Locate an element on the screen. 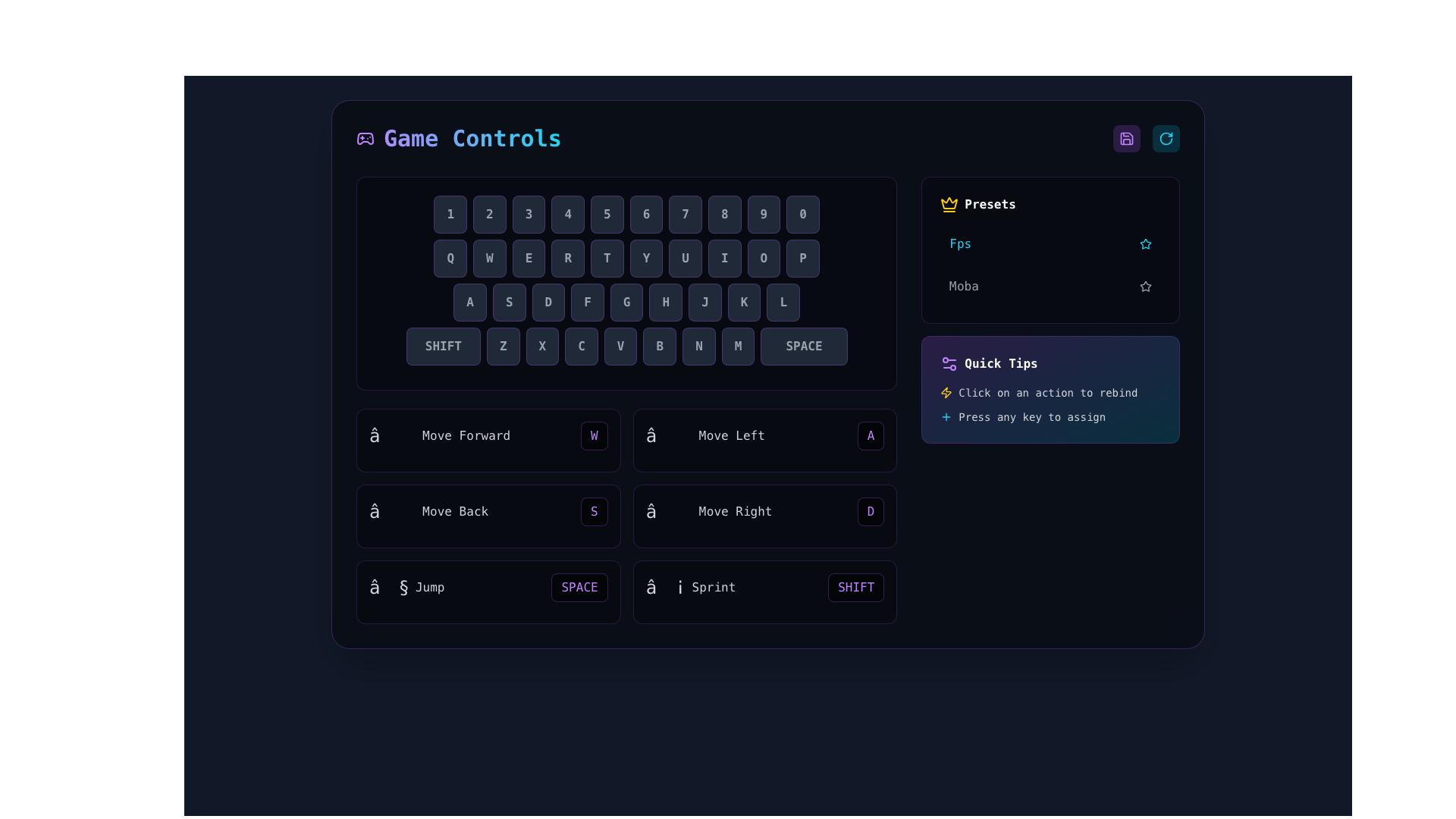 The image size is (1456, 819). the purple floppy disk save icon located in the top-right corner of the interface is located at coordinates (1127, 138).